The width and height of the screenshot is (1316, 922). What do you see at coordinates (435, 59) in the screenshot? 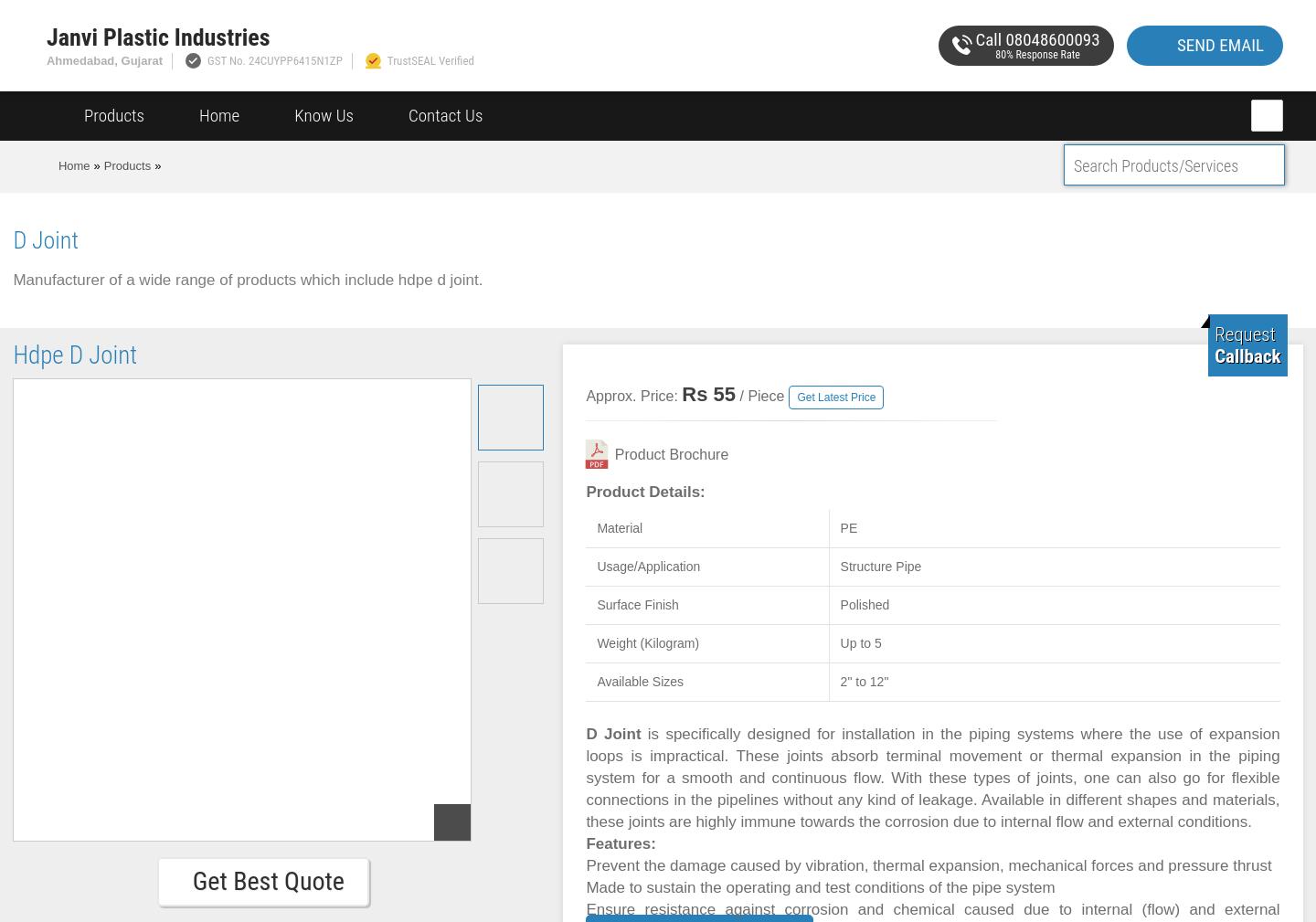
I see `'Verified'` at bounding box center [435, 59].